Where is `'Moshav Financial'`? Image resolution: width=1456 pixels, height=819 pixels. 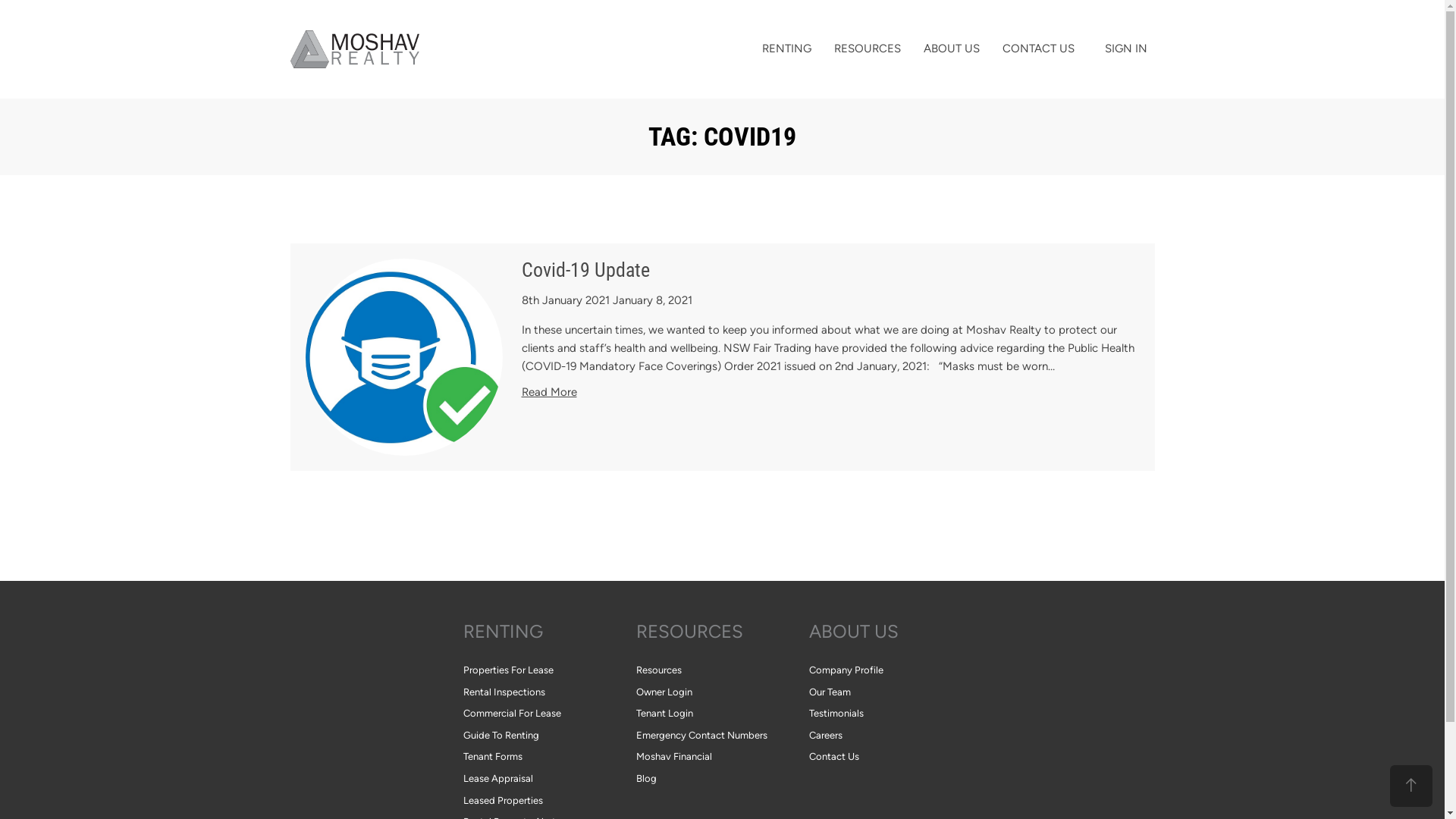 'Moshav Financial' is located at coordinates (720, 757).